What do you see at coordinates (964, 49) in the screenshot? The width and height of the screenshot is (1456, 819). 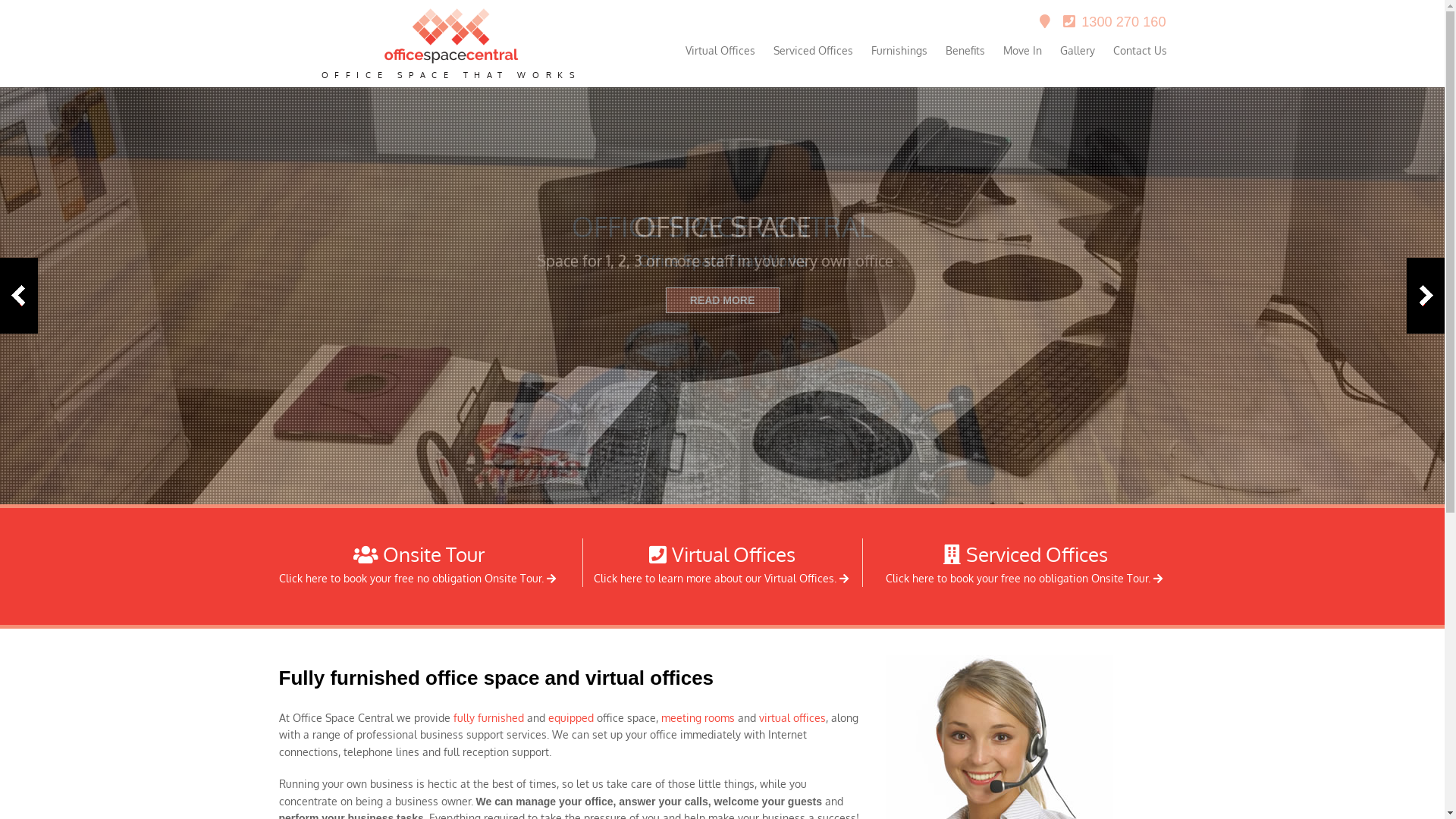 I see `'Benefits'` at bounding box center [964, 49].